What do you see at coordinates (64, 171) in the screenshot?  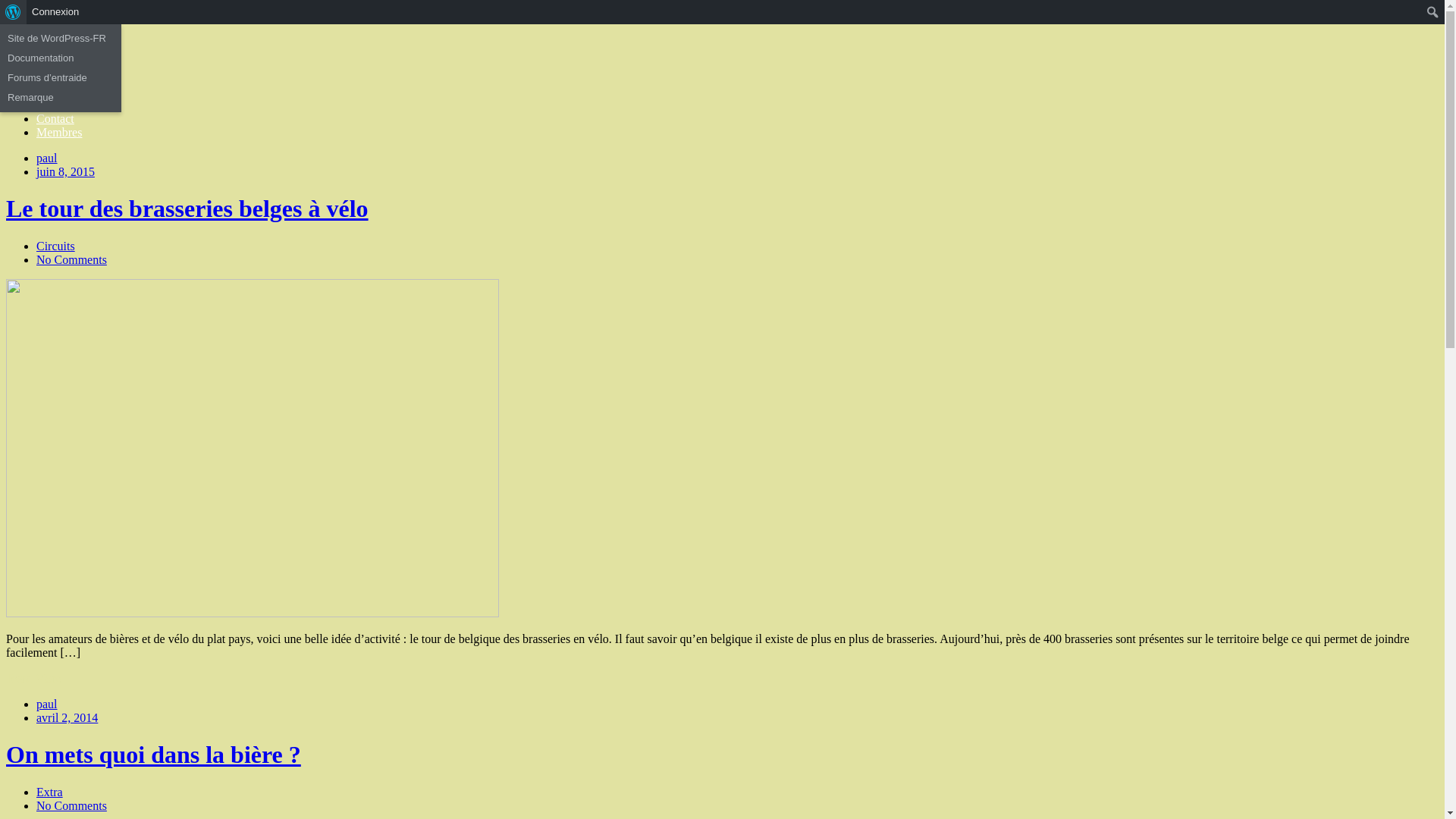 I see `'juin 8, 2015'` at bounding box center [64, 171].